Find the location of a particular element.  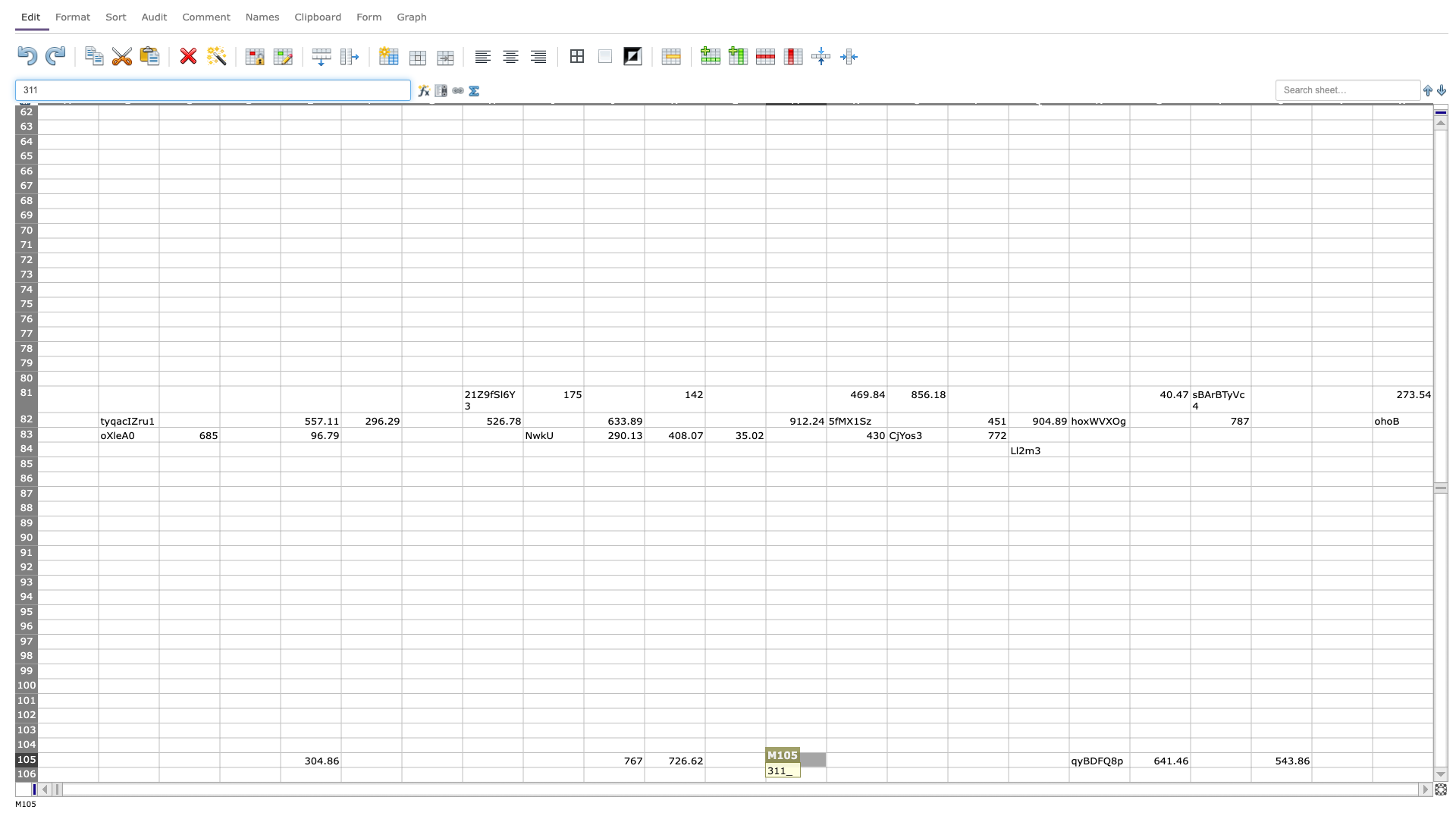

Right boundary of cell N106 is located at coordinates (887, 774).